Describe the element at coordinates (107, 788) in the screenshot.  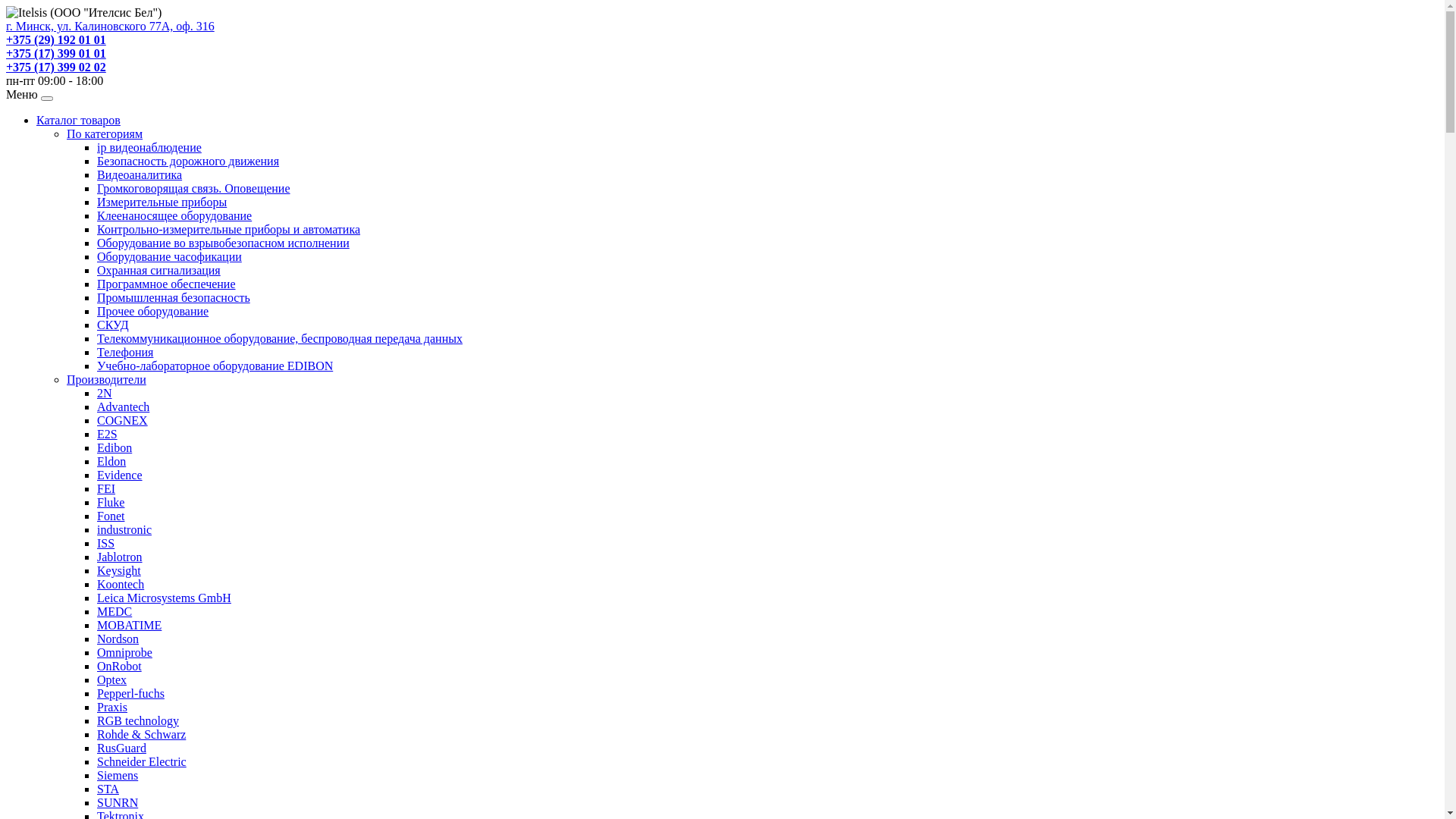
I see `'STA'` at that location.